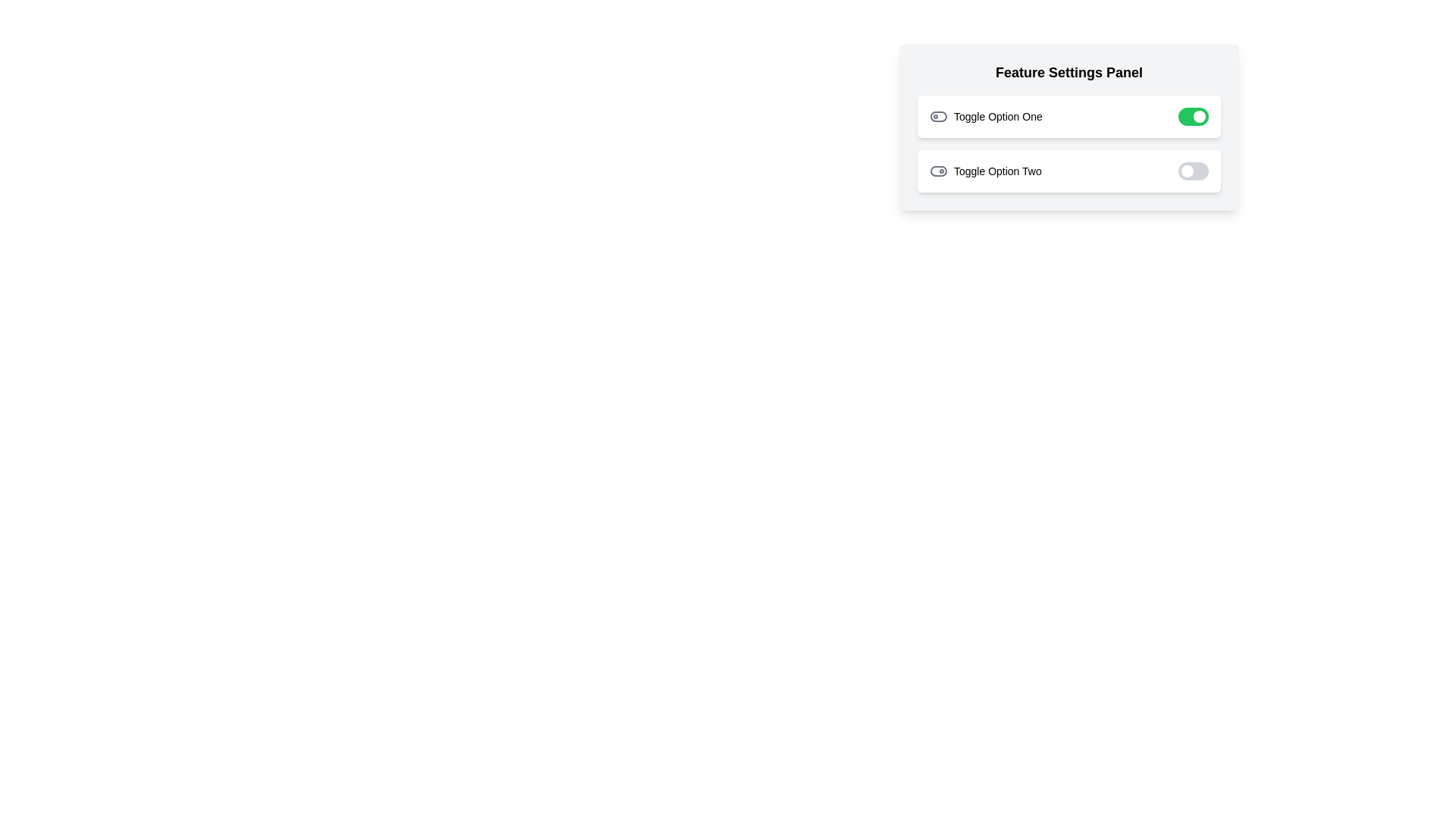 This screenshot has height=819, width=1456. I want to click on the small, circular white toggle knob located at the end of the gray toggle switch in the 'Feature Settings Panel' labeled 'Toggle Option Two', so click(1186, 171).